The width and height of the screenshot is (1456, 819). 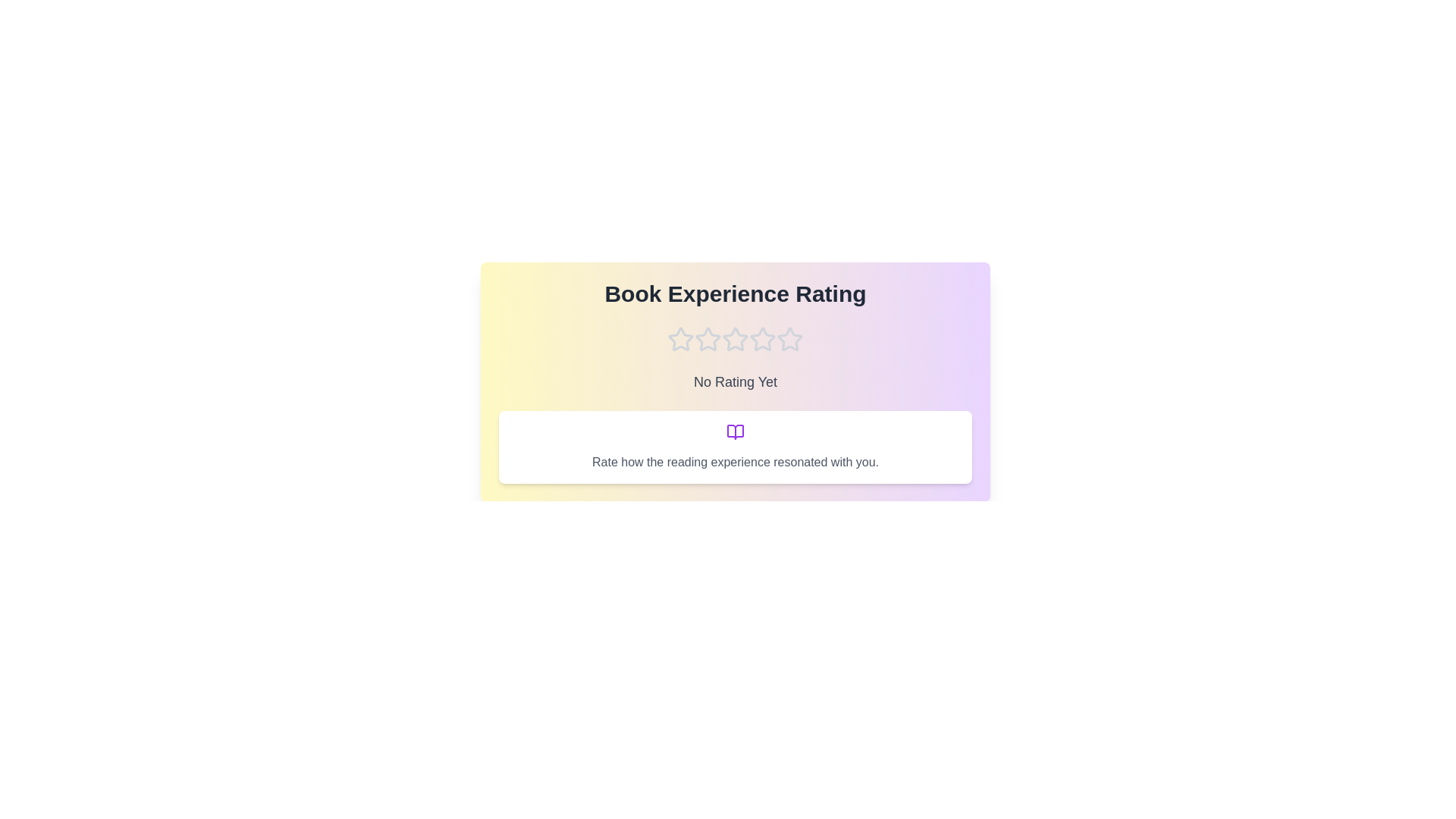 What do you see at coordinates (708, 338) in the screenshot?
I see `the star corresponding to the rating 2` at bounding box center [708, 338].